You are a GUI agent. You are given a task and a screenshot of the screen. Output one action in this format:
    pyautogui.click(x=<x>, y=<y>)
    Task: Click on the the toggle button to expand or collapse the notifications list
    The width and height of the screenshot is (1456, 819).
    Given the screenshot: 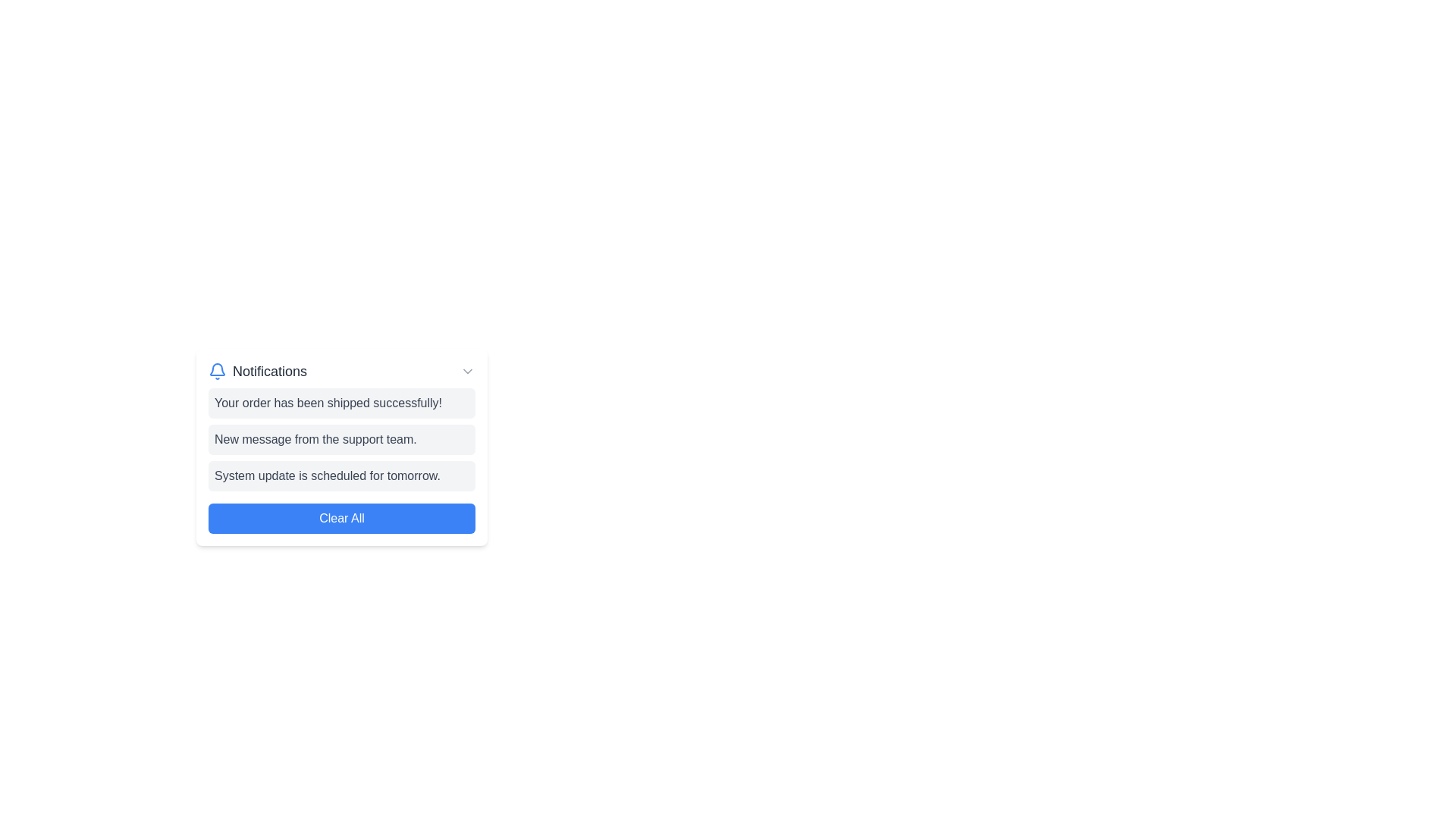 What is the action you would take?
    pyautogui.click(x=467, y=371)
    